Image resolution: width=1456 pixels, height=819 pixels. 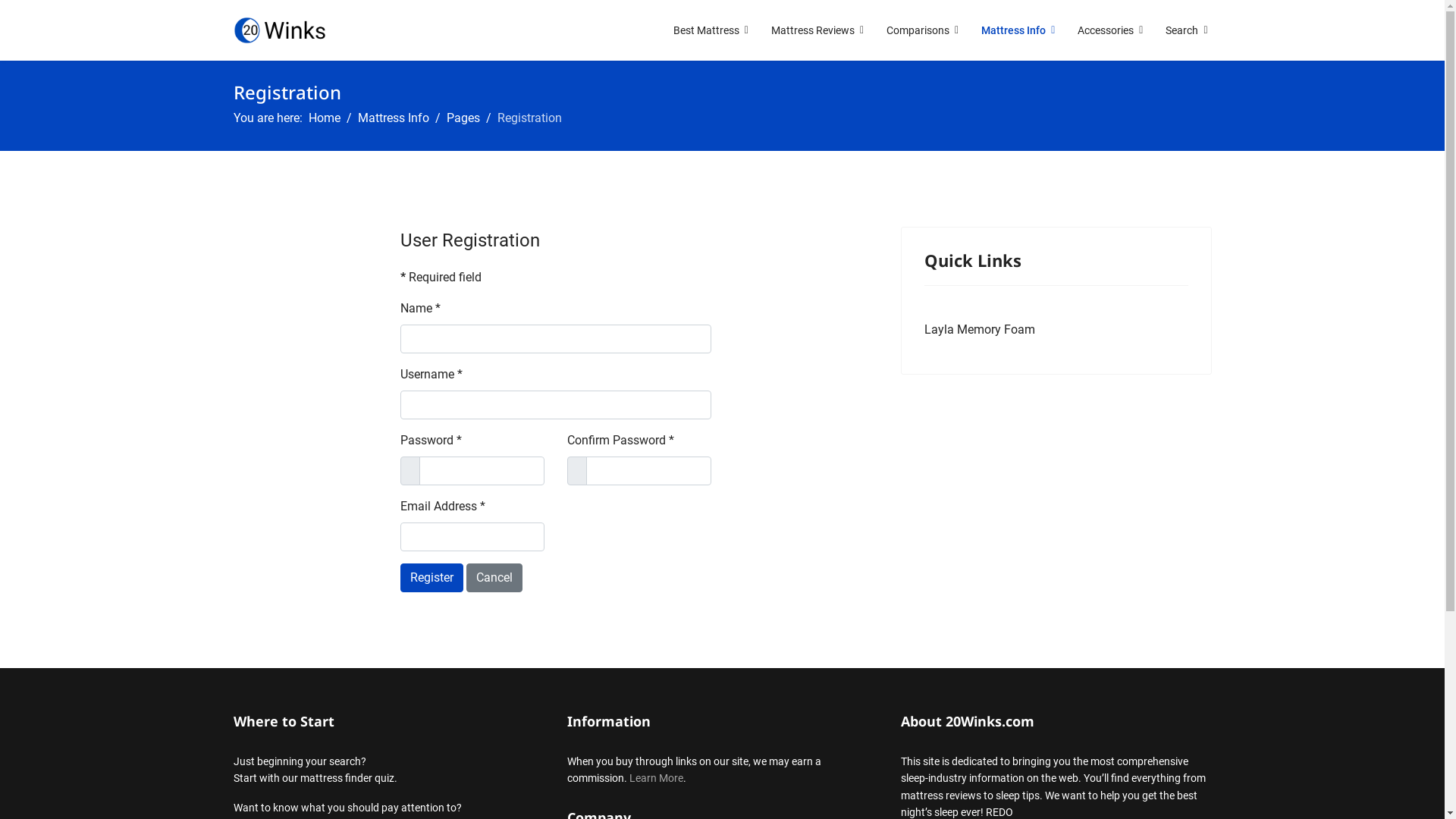 What do you see at coordinates (461, 117) in the screenshot?
I see `'Pages'` at bounding box center [461, 117].